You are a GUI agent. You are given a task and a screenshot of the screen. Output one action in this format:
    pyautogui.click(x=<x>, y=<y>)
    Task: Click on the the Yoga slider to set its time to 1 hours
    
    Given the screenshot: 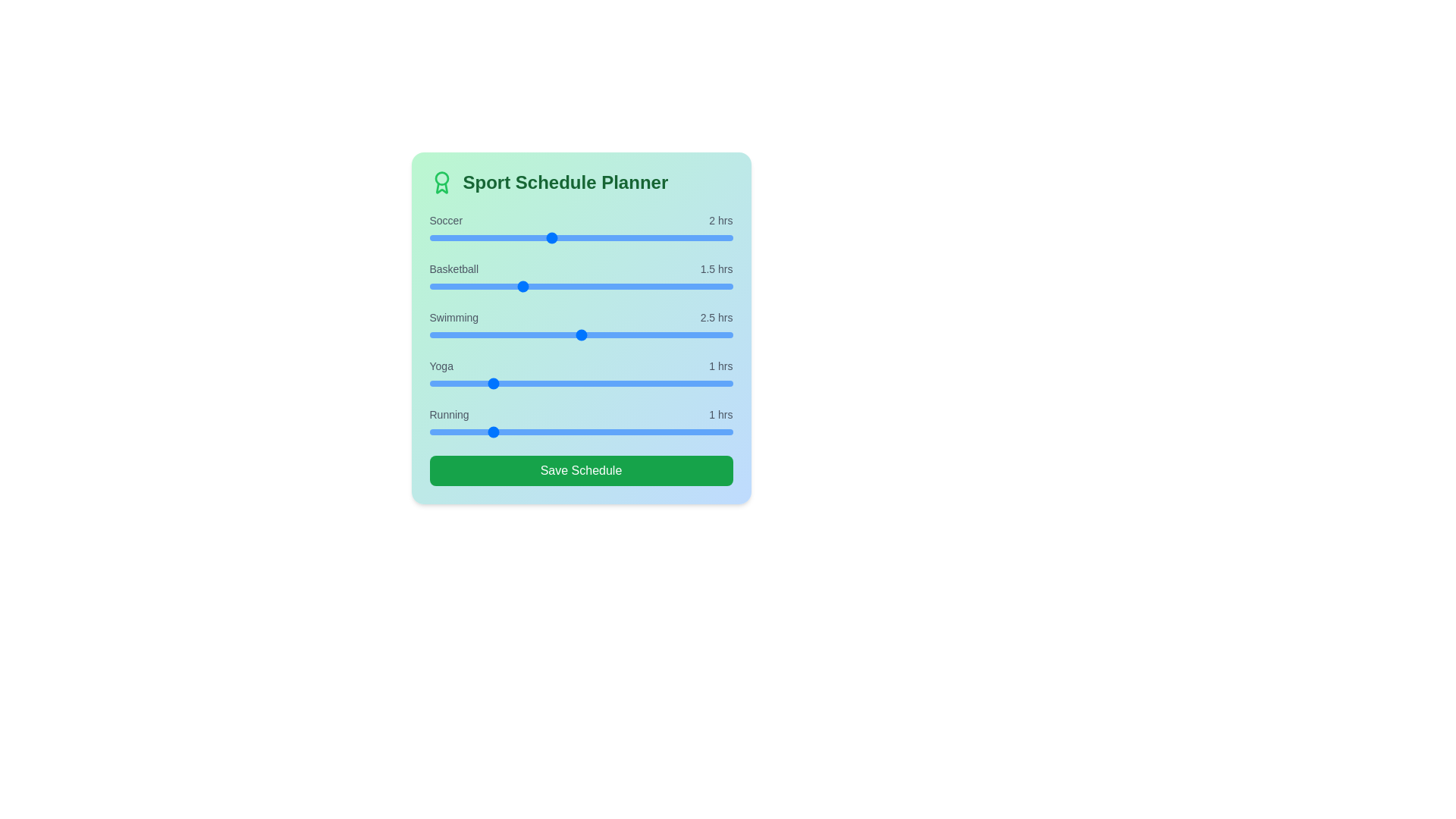 What is the action you would take?
    pyautogui.click(x=490, y=382)
    